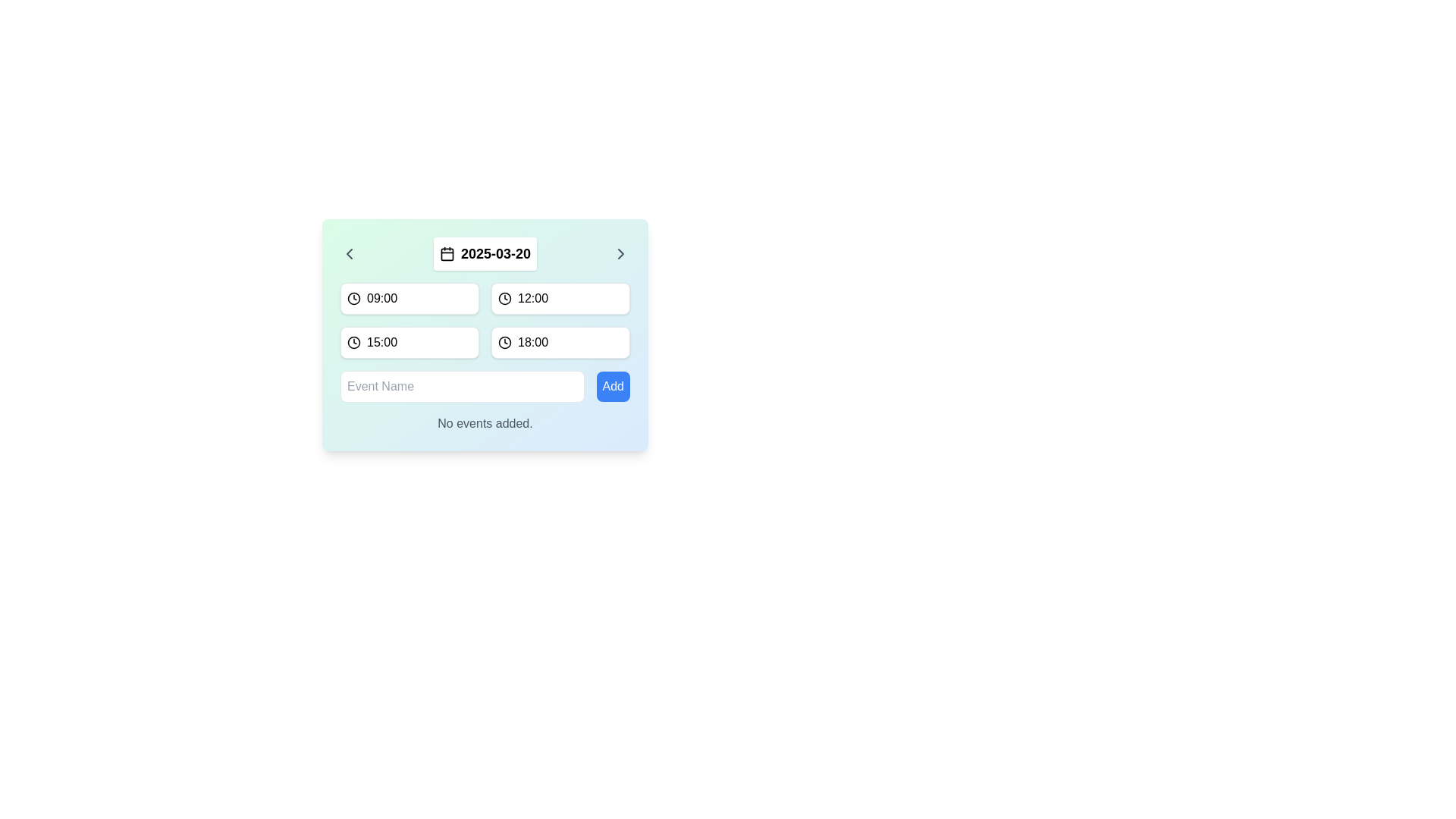 This screenshot has width=1456, height=819. Describe the element at coordinates (409, 342) in the screenshot. I see `the button representing the selectable time slot of 15:00, located in the second row, first column of the grid layout, directly below the '09:00' button and to the left of the '18:00' button` at that location.